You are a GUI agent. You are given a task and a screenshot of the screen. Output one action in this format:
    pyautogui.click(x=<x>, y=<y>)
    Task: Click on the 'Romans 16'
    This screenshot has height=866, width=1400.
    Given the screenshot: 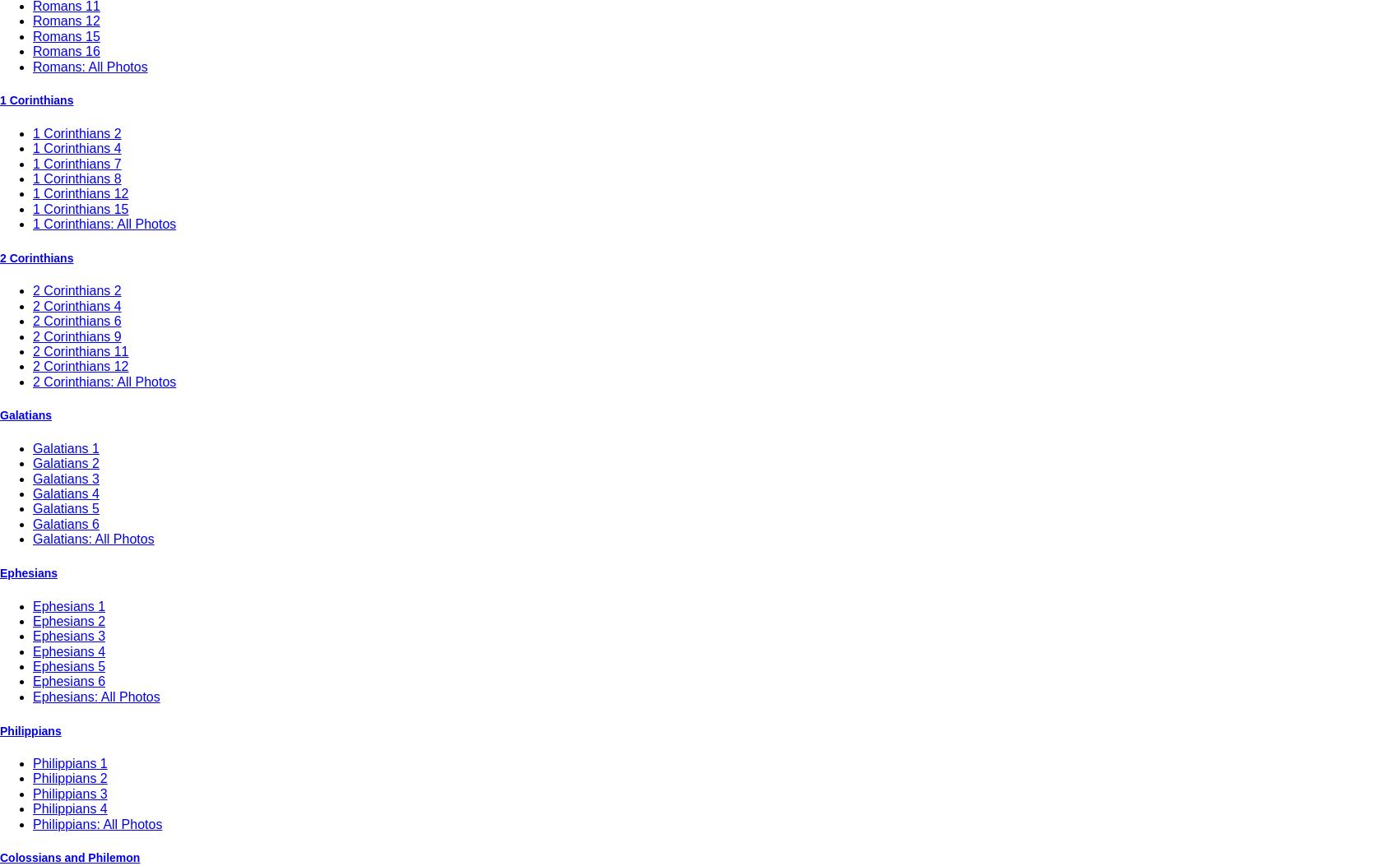 What is the action you would take?
    pyautogui.click(x=66, y=50)
    